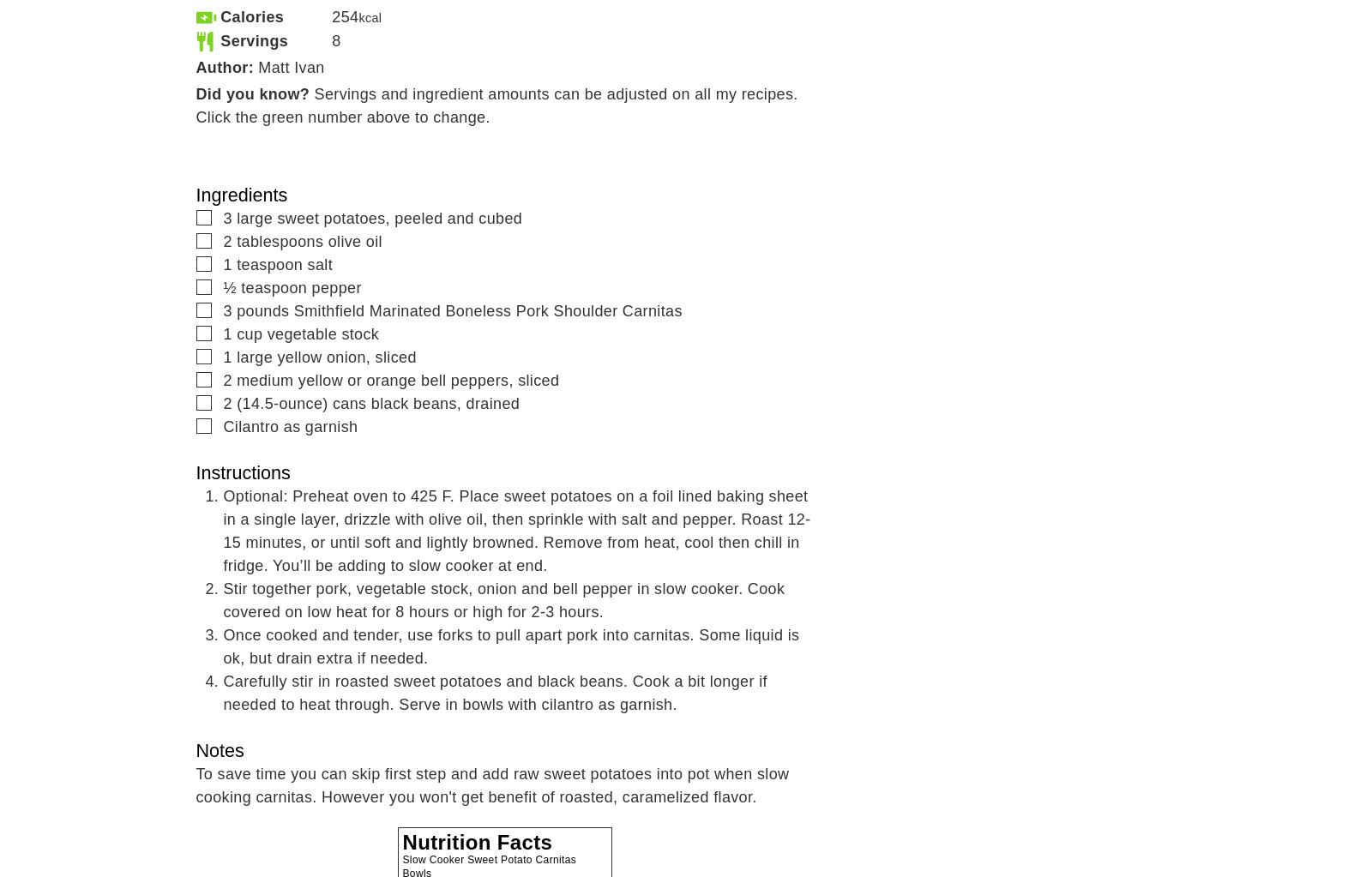  Describe the element at coordinates (220, 750) in the screenshot. I see `'Notes'` at that location.